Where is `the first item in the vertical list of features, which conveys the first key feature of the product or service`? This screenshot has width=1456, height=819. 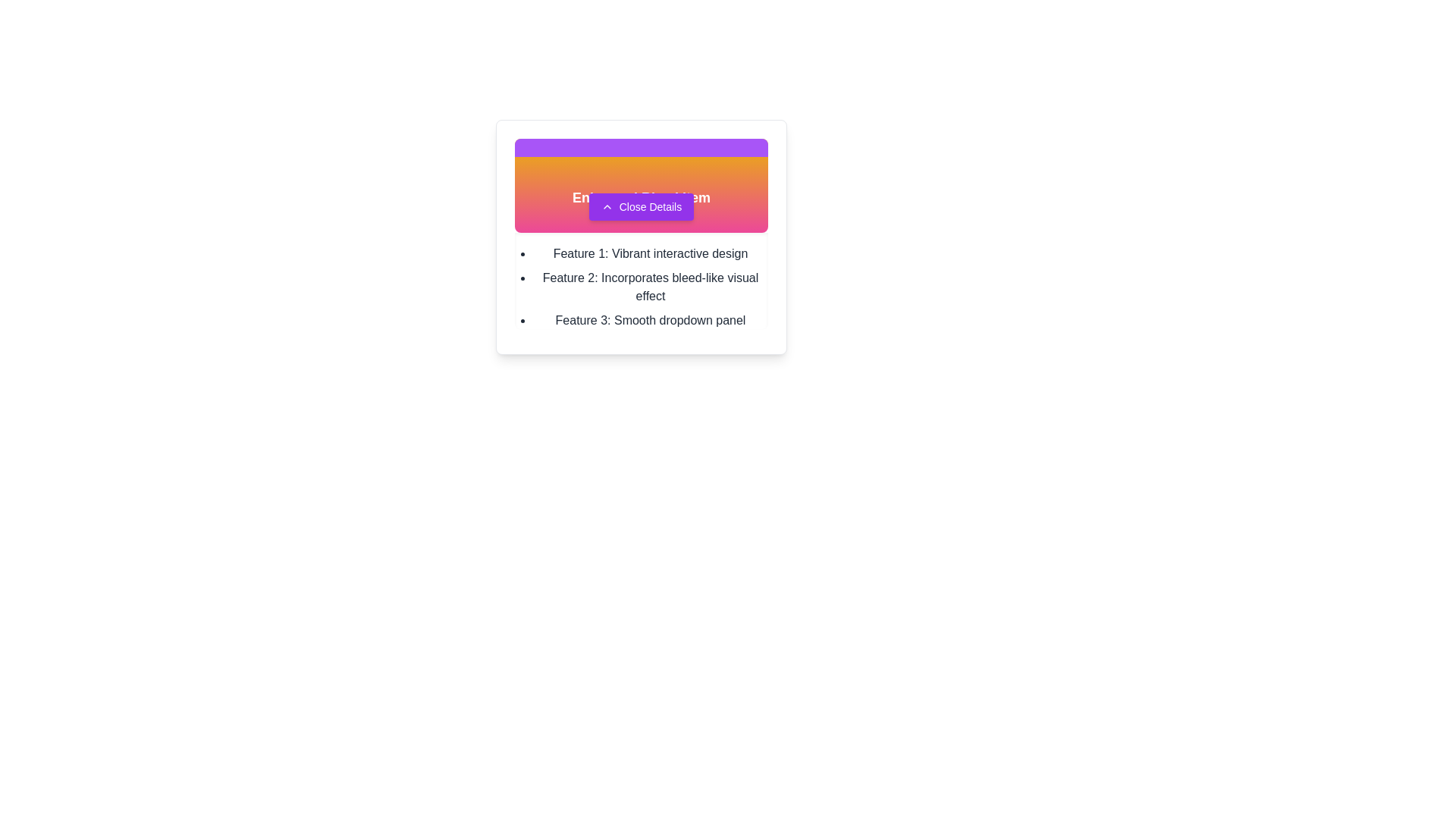 the first item in the vertical list of features, which conveys the first key feature of the product or service is located at coordinates (651, 253).